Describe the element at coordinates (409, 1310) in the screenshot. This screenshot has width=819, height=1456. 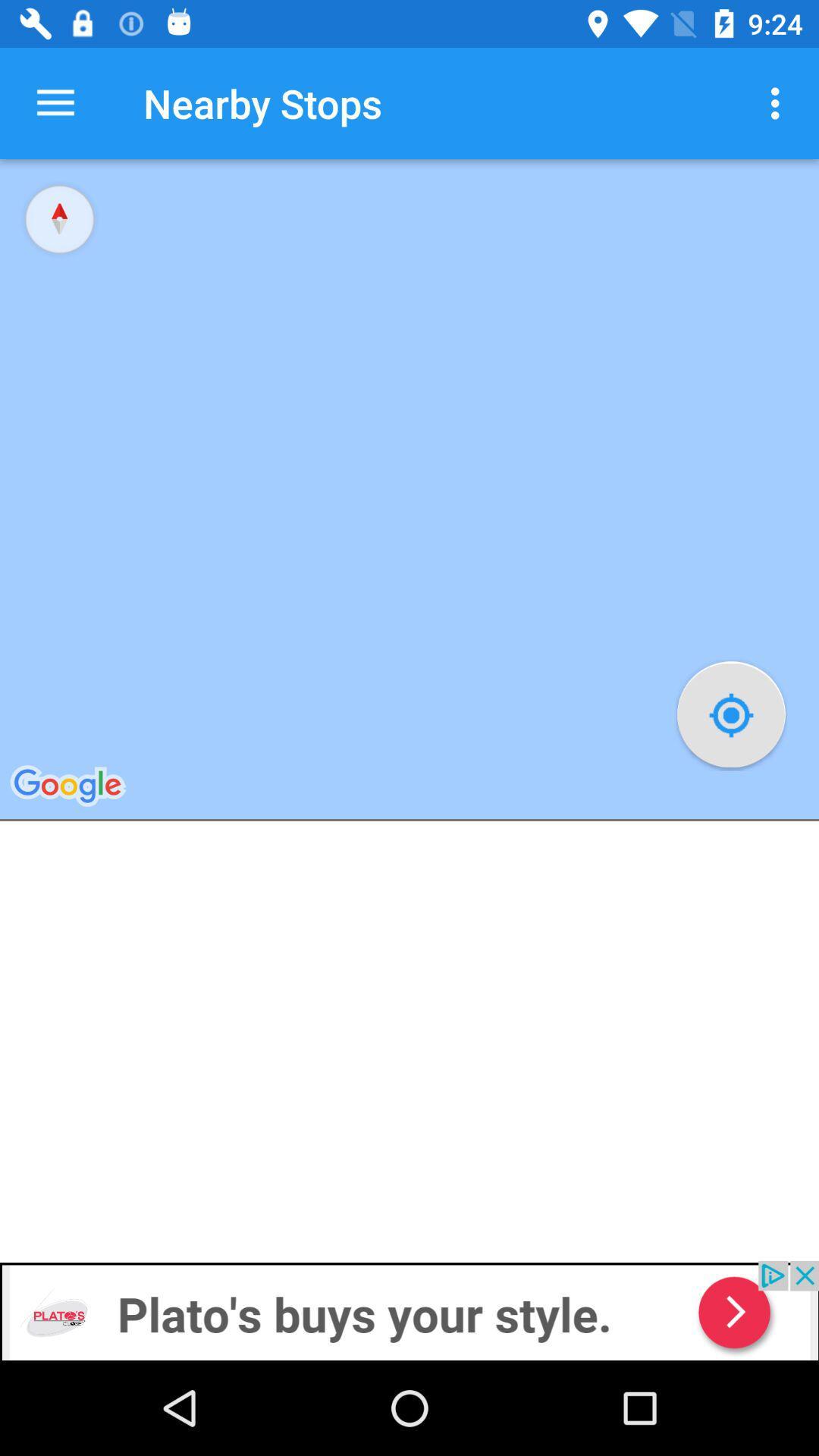
I see `advertisement` at that location.